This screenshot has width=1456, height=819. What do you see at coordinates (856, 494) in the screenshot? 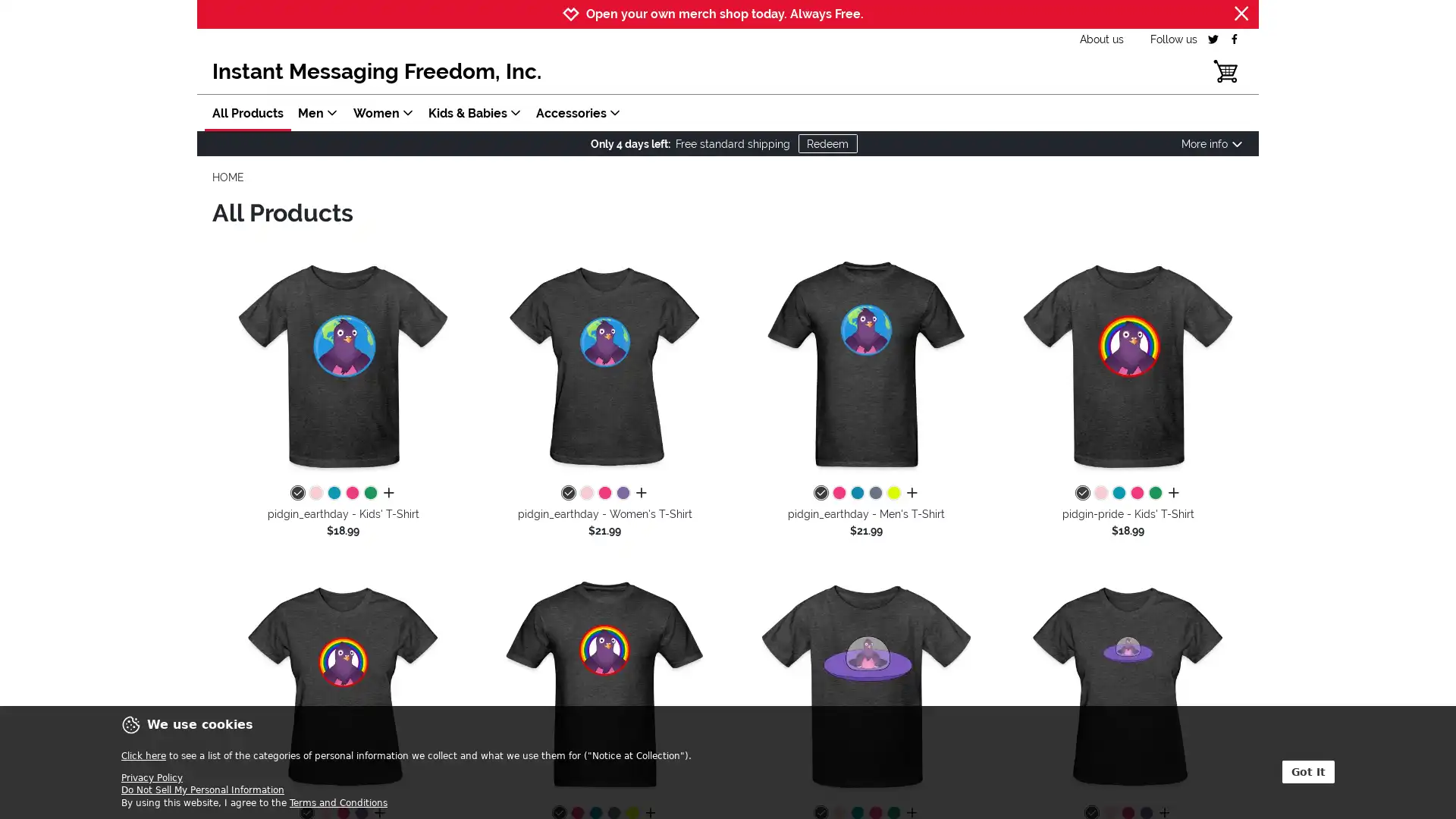
I see `turquoise` at bounding box center [856, 494].